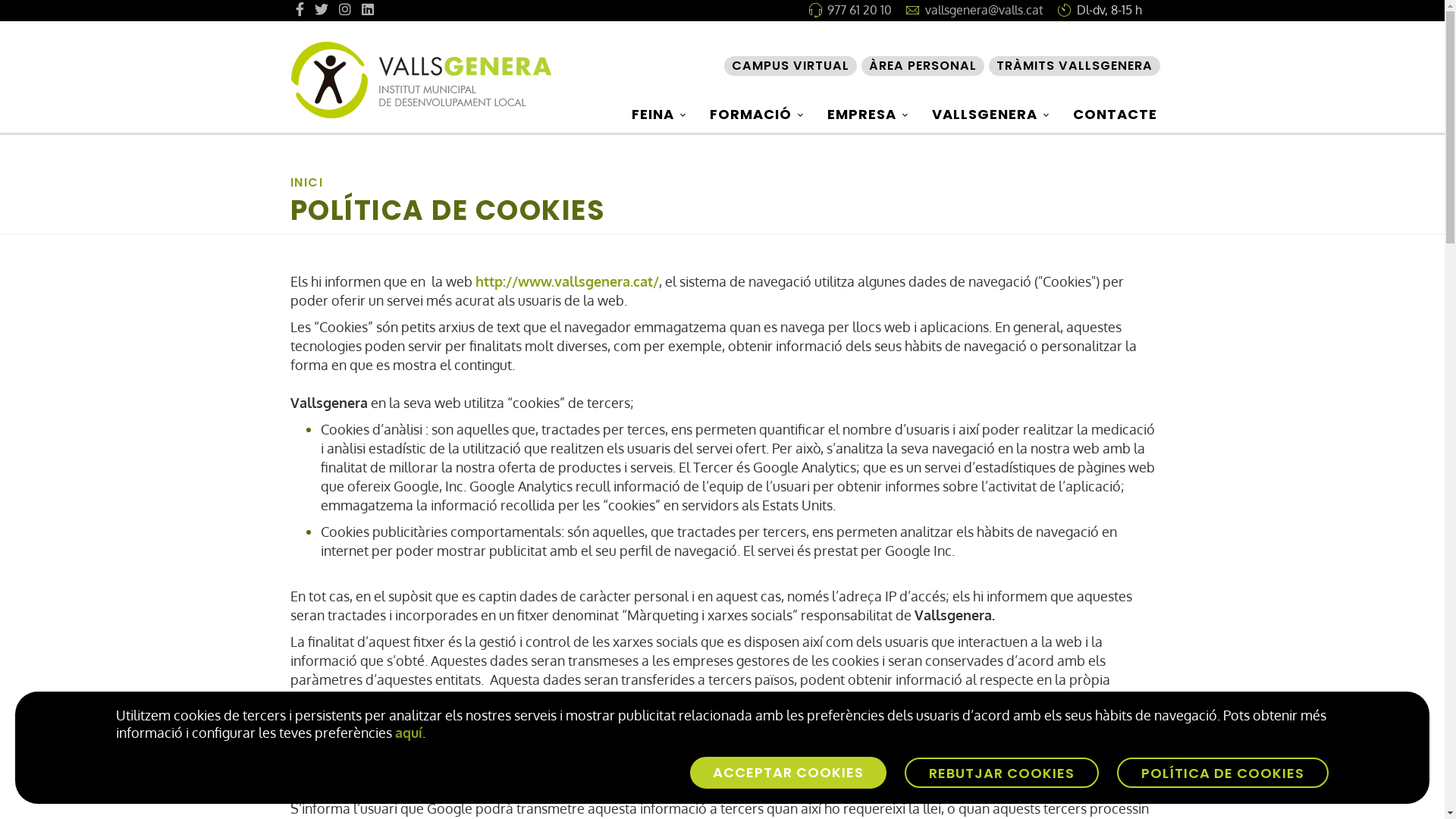  I want to click on 'CAMPUS VIRTUAL', so click(789, 65).